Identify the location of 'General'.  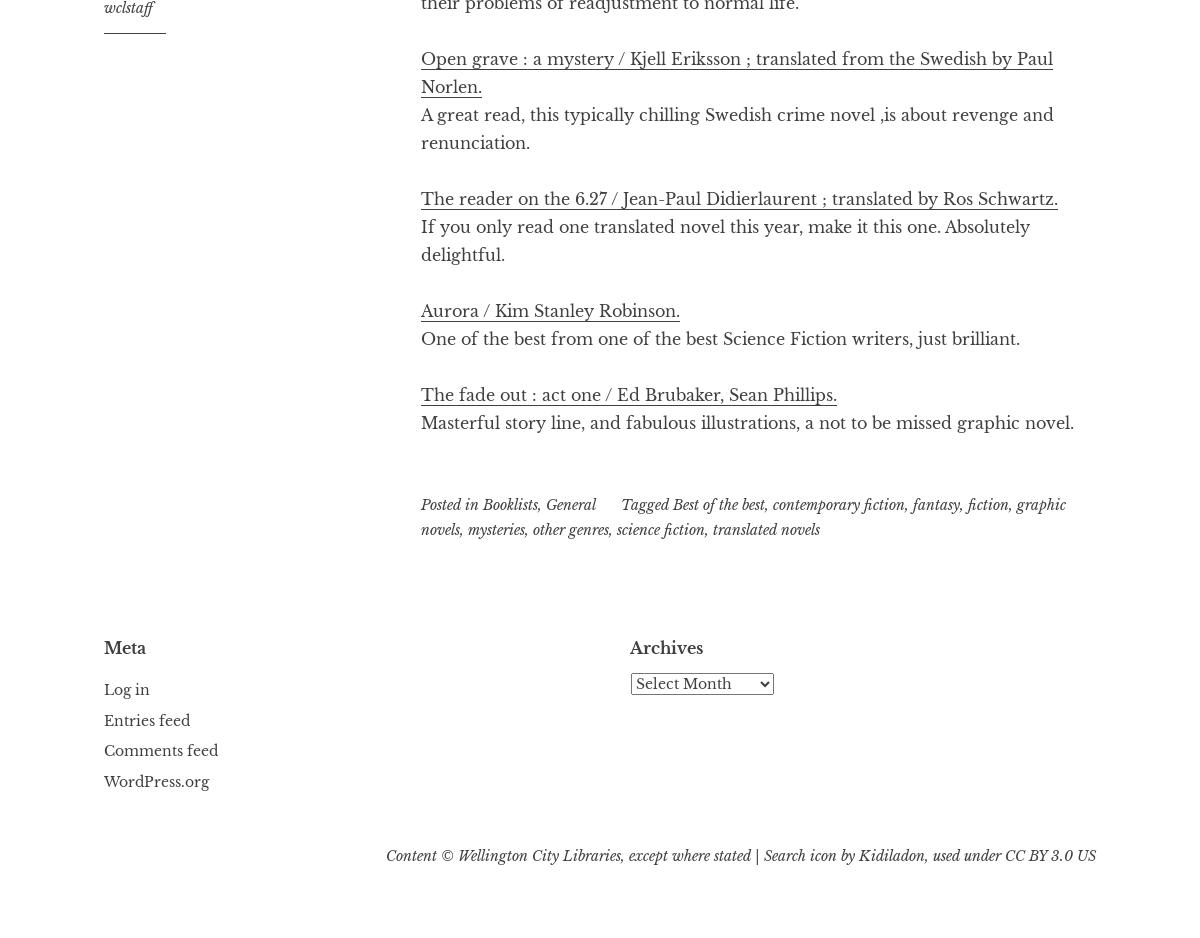
(569, 504).